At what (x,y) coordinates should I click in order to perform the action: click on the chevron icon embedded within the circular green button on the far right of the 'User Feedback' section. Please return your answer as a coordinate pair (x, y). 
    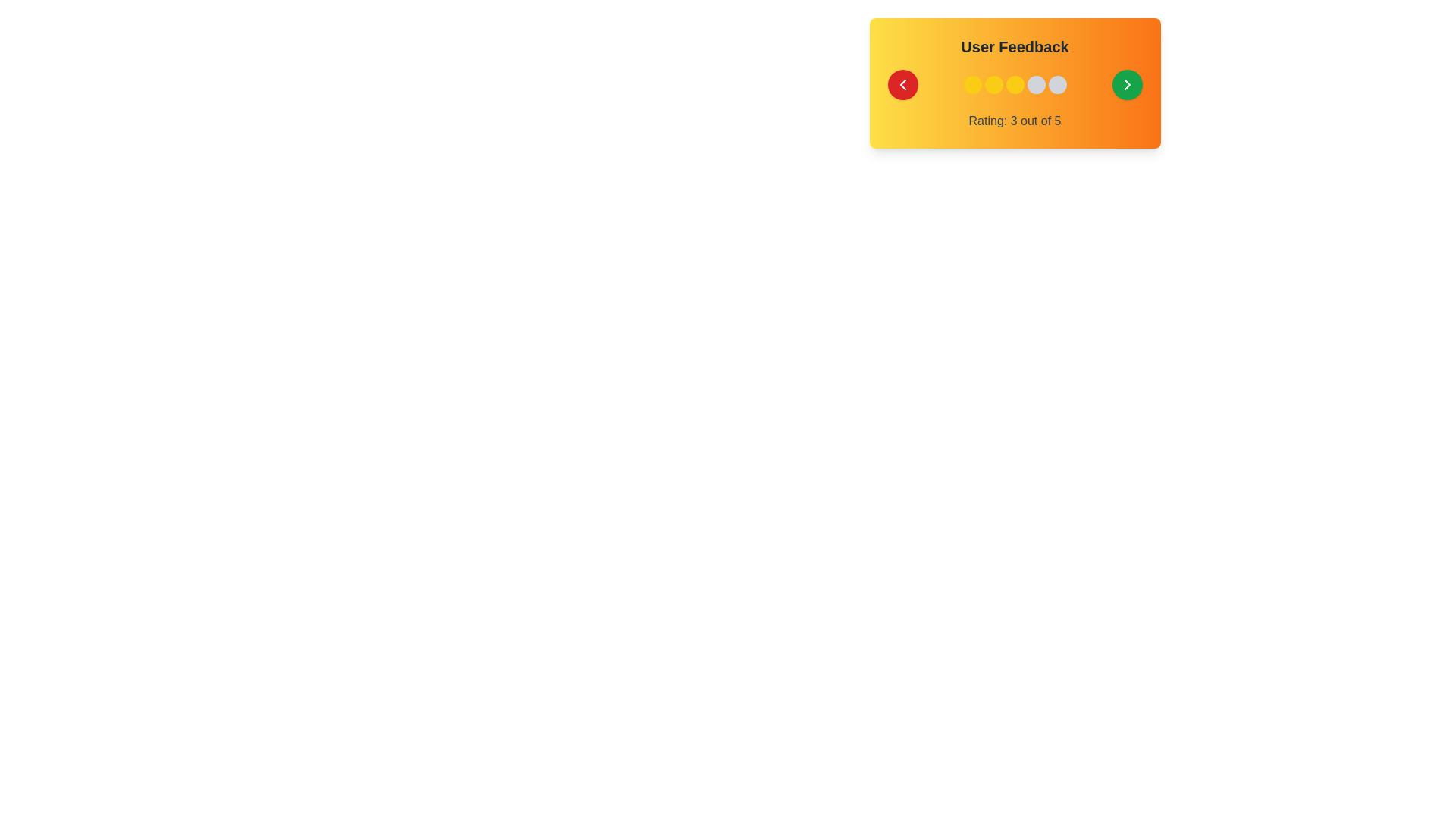
    Looking at the image, I should click on (1127, 84).